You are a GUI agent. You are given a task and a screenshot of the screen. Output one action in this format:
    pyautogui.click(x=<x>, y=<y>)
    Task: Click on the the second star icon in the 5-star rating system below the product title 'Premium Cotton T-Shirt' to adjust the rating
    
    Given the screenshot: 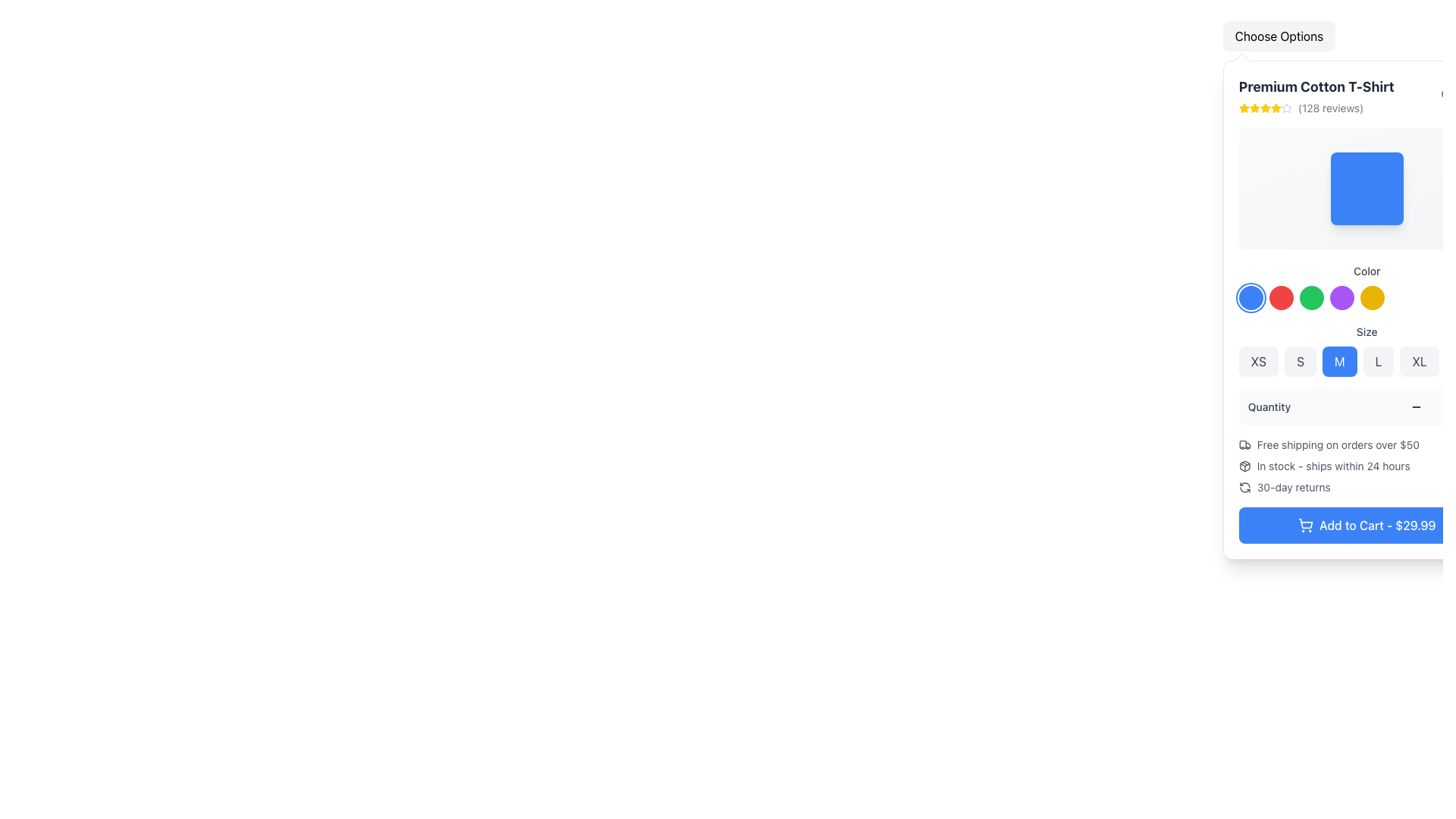 What is the action you would take?
    pyautogui.click(x=1254, y=107)
    